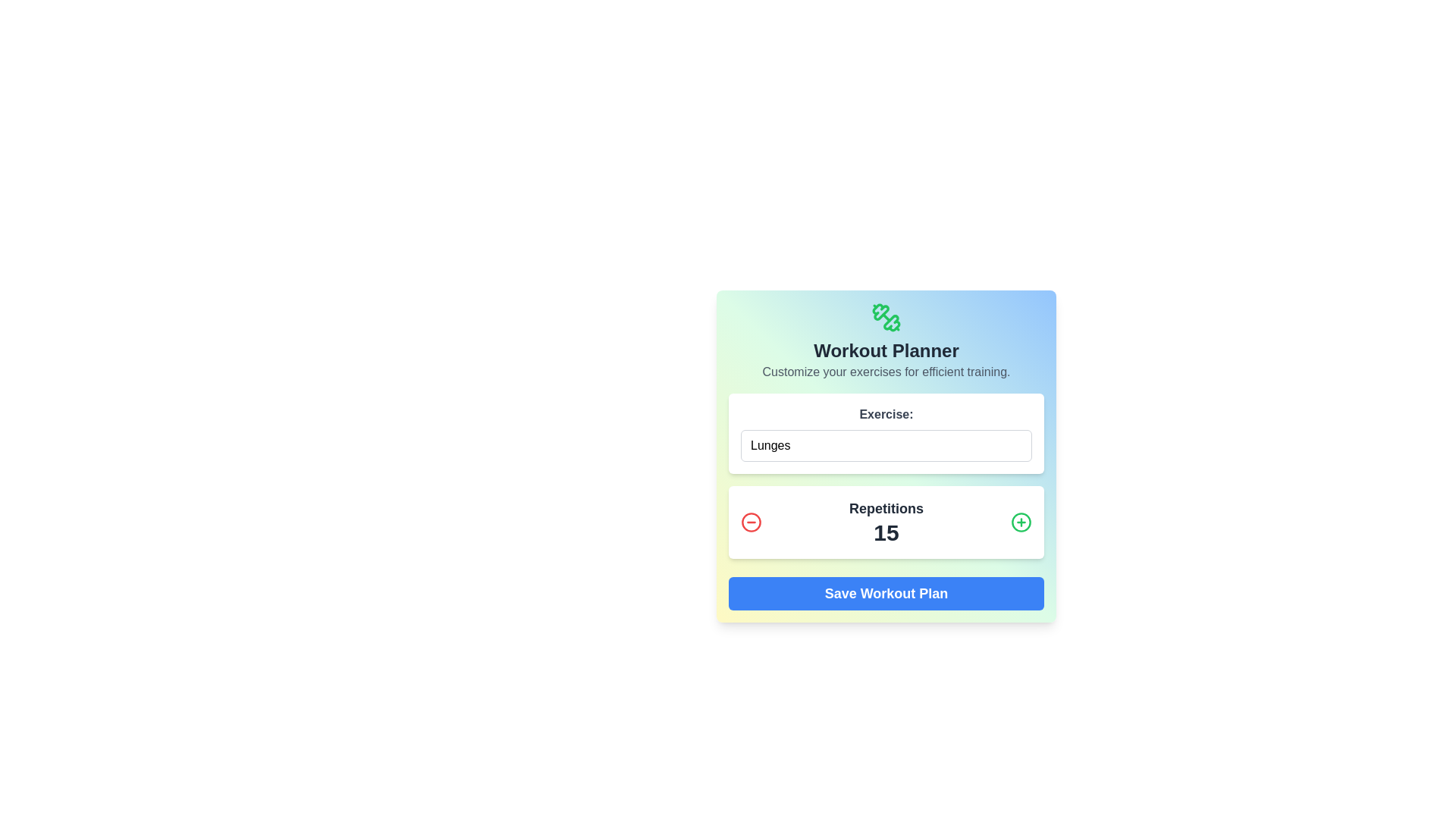 The width and height of the screenshot is (1456, 819). What do you see at coordinates (886, 372) in the screenshot?
I see `text snippet styled in gray color with the content 'Customize your exercises for efficient training.' located below the heading 'Workout Planner.'` at bounding box center [886, 372].